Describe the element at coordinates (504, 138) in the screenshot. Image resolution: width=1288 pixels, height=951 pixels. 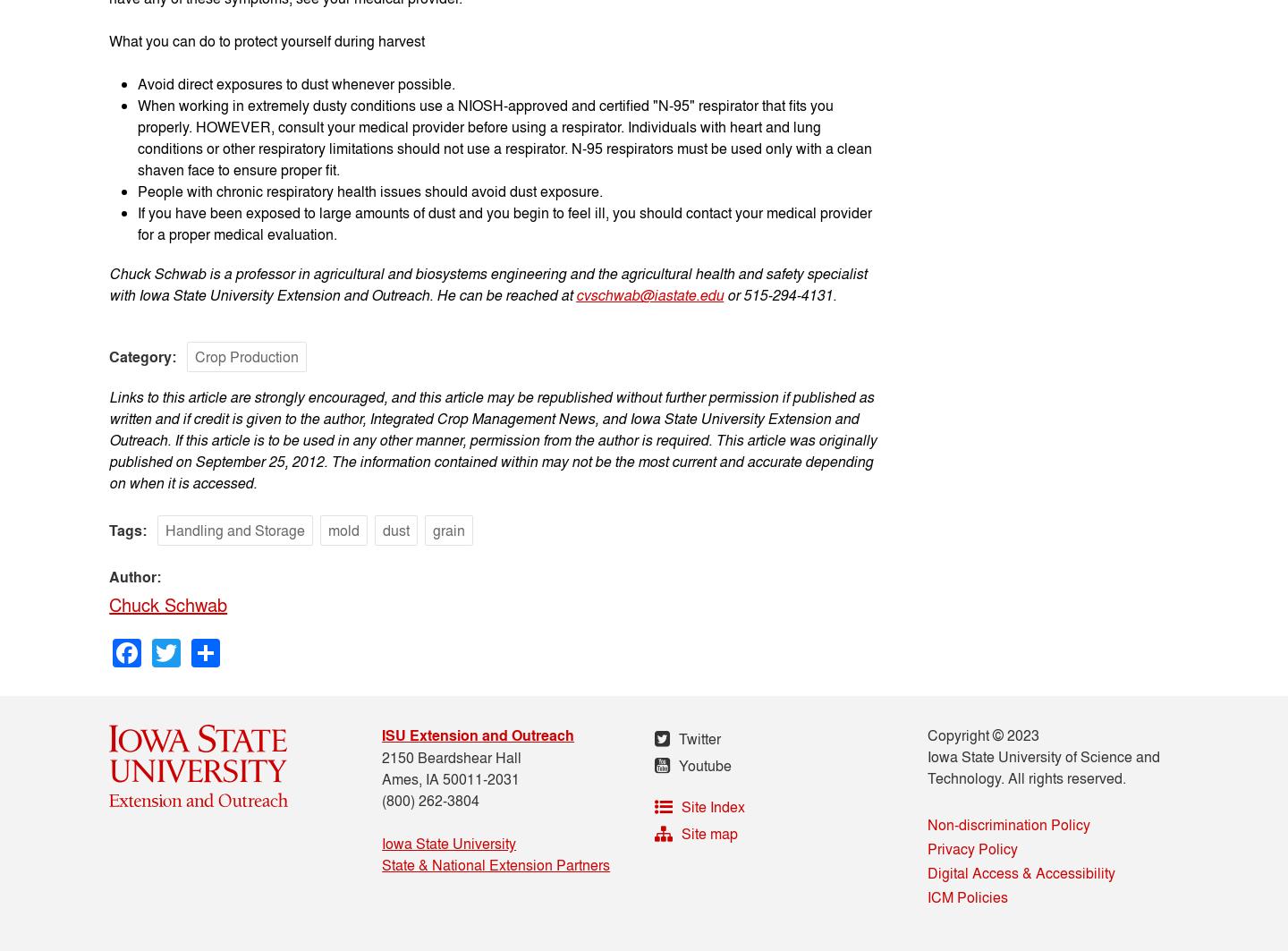
I see `'When working in extremely dusty conditions use a NIOSH-approved and certified "N-95" respirator that fits you properly. HOWEVER, consult your medical provider before using a respirator. Individuals with heart and lung conditions or other respiratory limitations should not use a respirator. N-95 respirators must be used only with a clean shaven face to ensure proper fit.'` at that location.